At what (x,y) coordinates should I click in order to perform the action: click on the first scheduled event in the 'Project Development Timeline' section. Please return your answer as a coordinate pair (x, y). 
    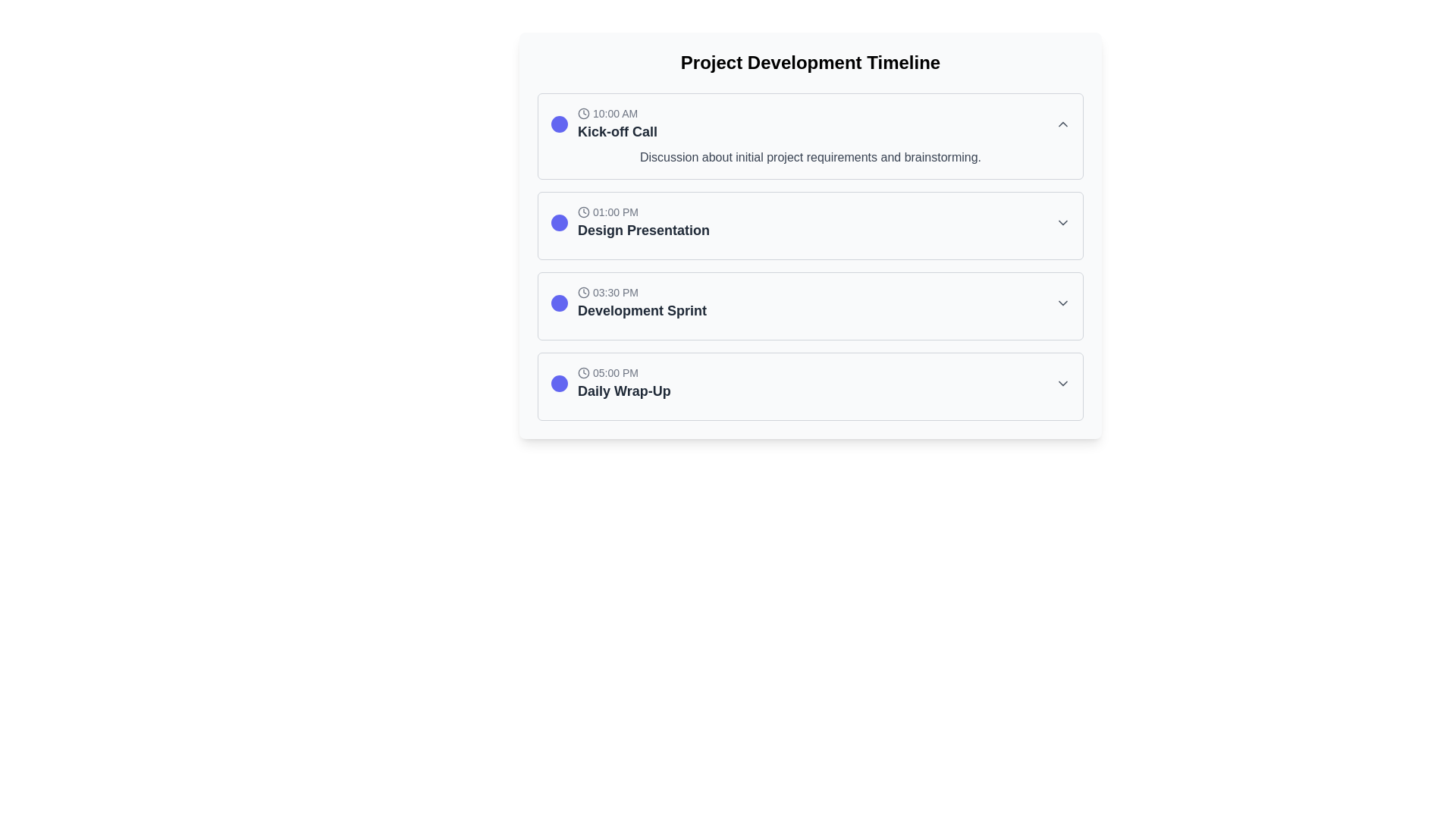
    Looking at the image, I should click on (603, 124).